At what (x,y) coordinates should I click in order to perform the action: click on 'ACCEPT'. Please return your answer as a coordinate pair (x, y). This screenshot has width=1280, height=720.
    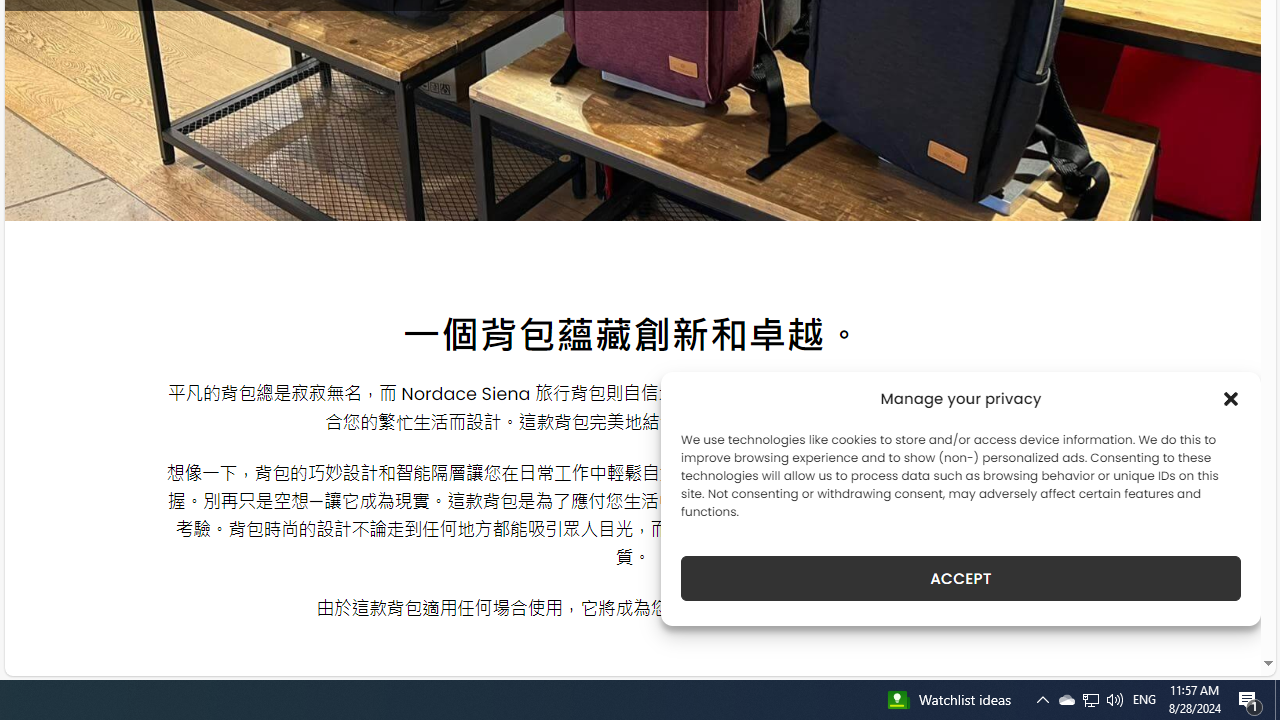
    Looking at the image, I should click on (961, 578).